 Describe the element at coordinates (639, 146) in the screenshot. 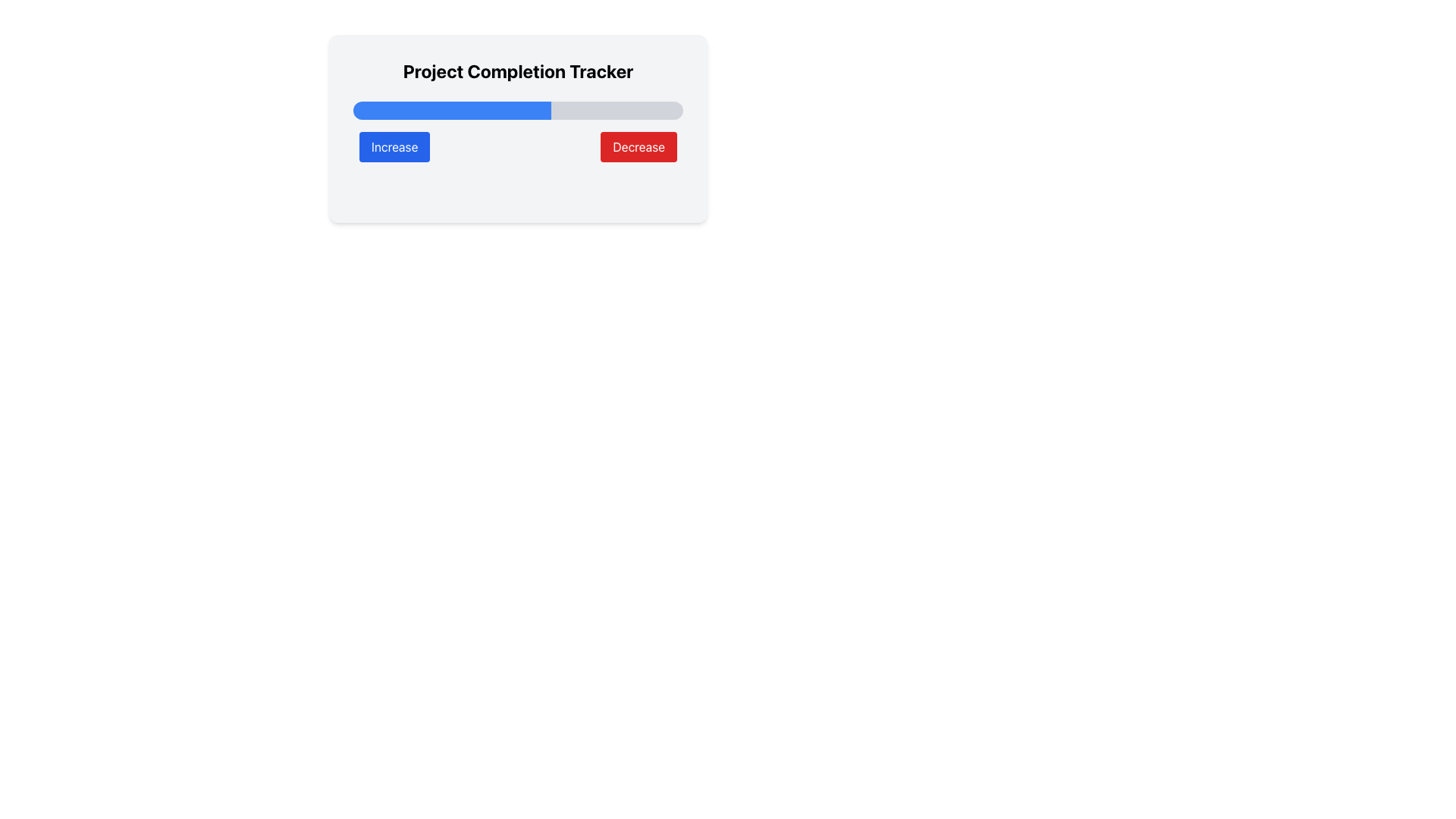

I see `the button that decreases the value, located to the right of the 'Increase' button in the interface, to change its appearance` at that location.